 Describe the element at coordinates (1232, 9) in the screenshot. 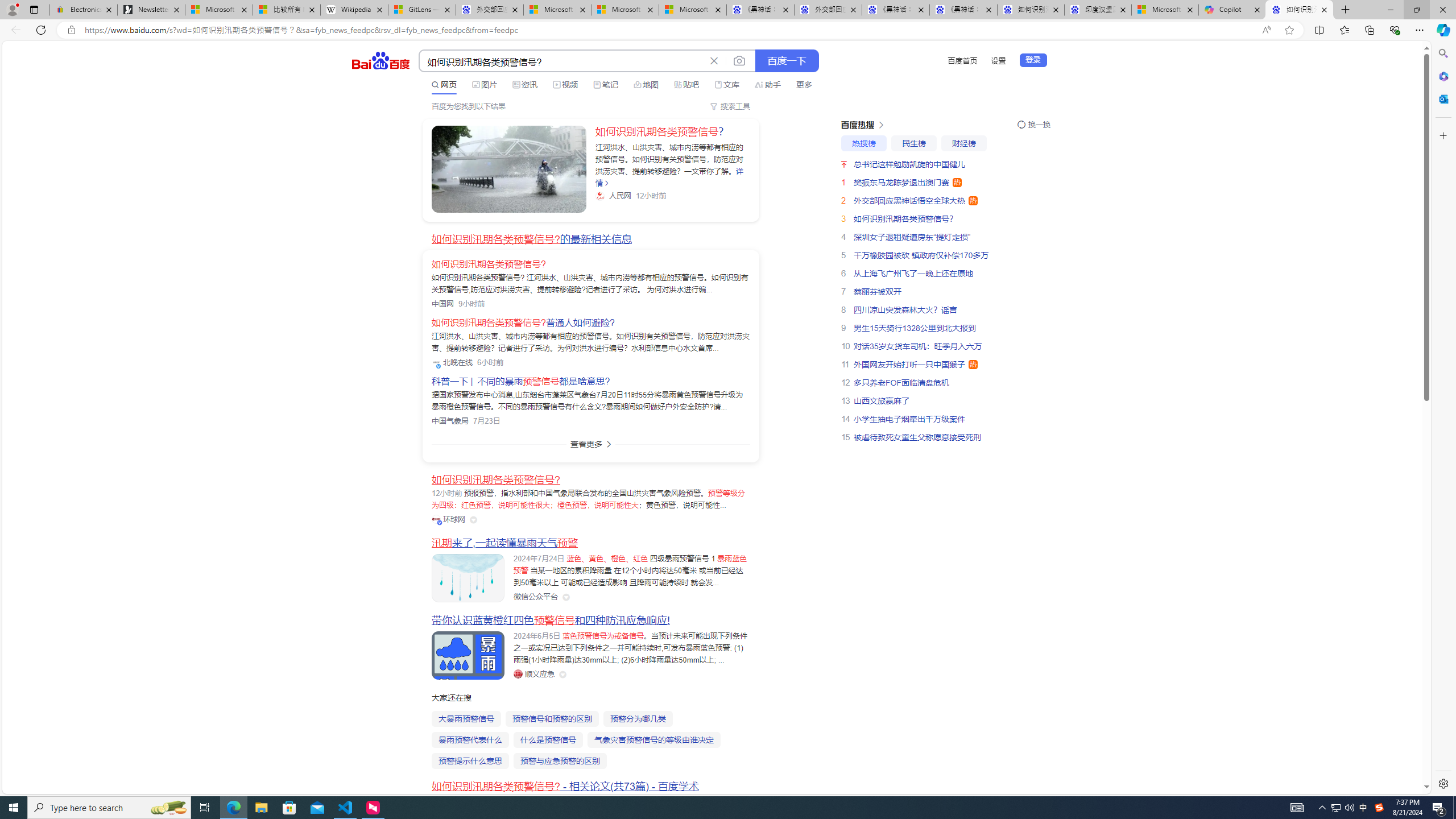

I see `'Copilot'` at that location.